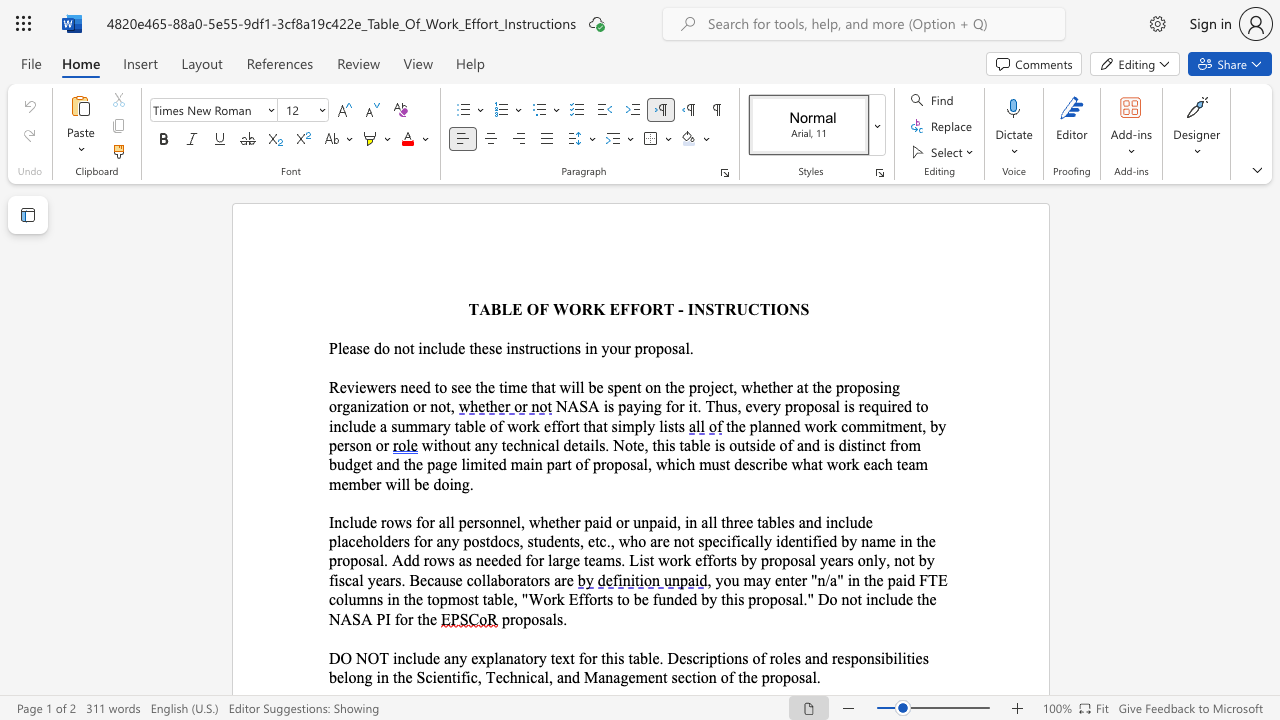 This screenshot has width=1280, height=720. What do you see at coordinates (564, 560) in the screenshot?
I see `the space between the continuous character "r" and "g" in the text` at bounding box center [564, 560].